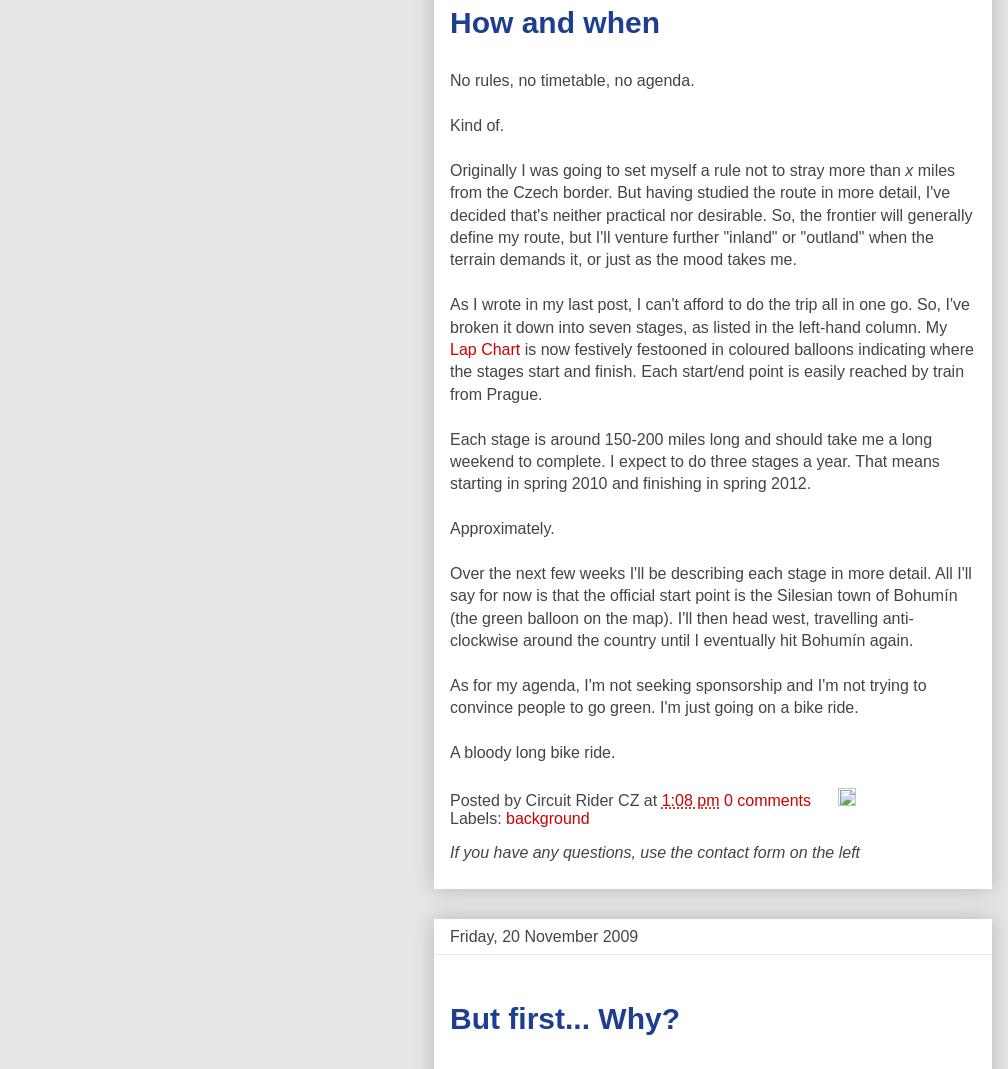 Image resolution: width=1008 pixels, height=1069 pixels. Describe the element at coordinates (485, 348) in the screenshot. I see `'Lap Chart'` at that location.